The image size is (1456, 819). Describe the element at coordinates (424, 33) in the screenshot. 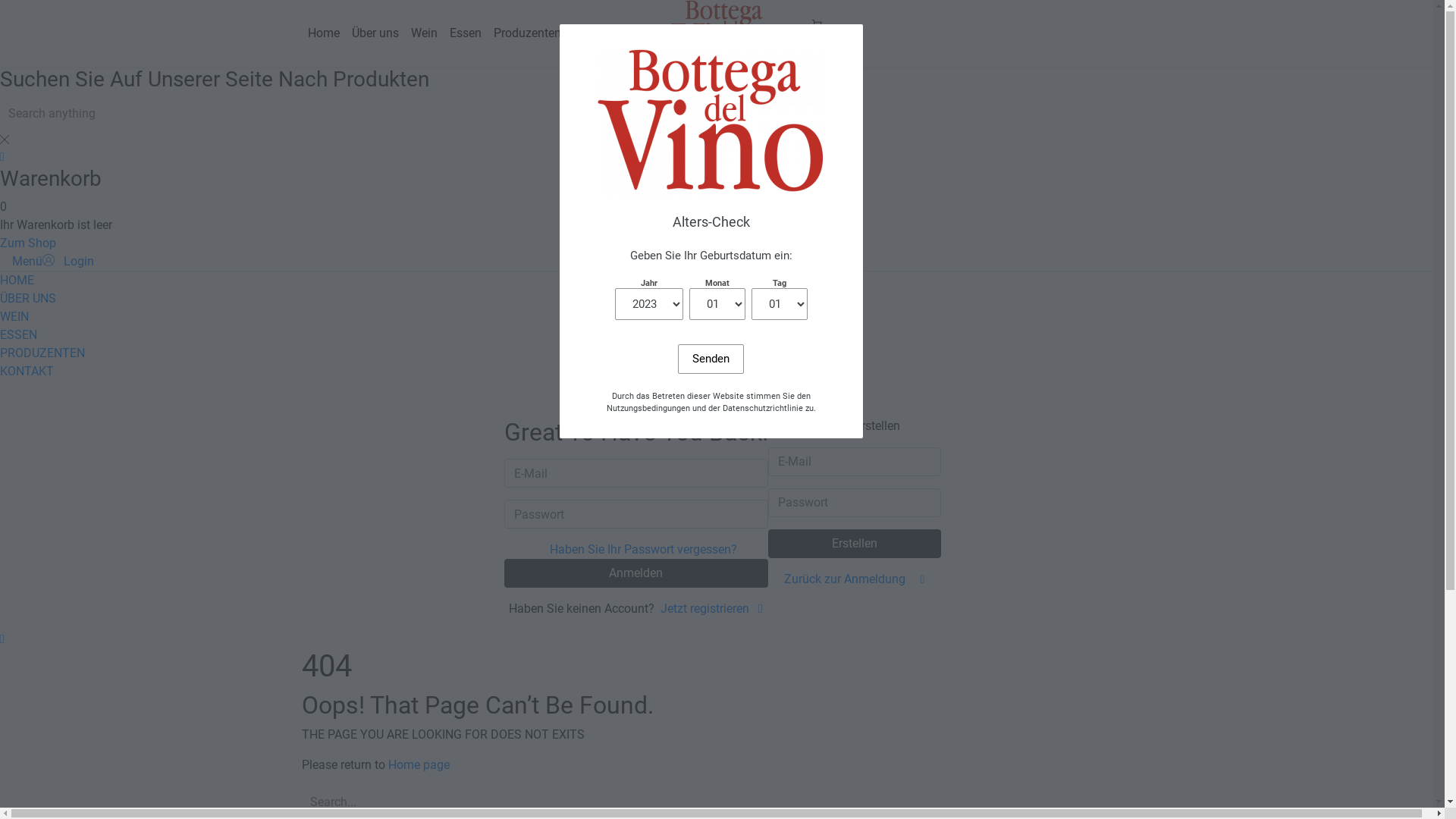

I see `'Wein'` at that location.